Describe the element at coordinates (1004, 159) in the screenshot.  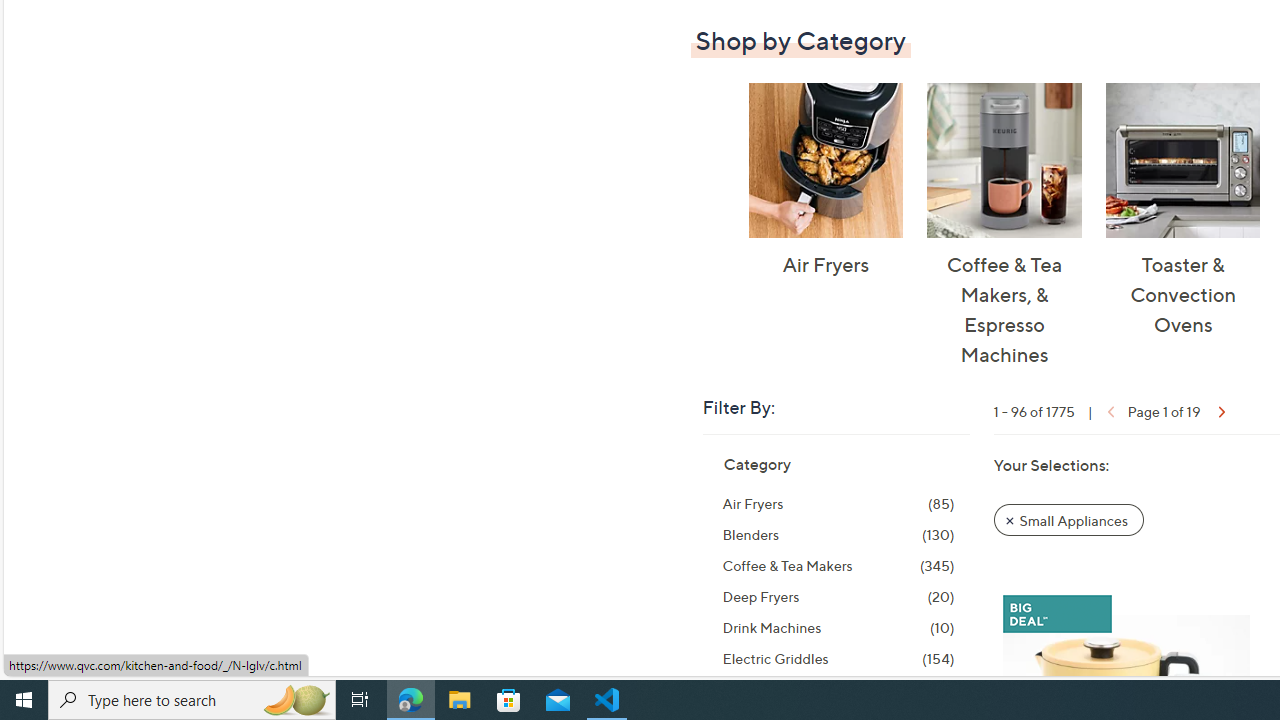
I see `'Coffee & Tea Makers, & Espresso Machines'` at that location.